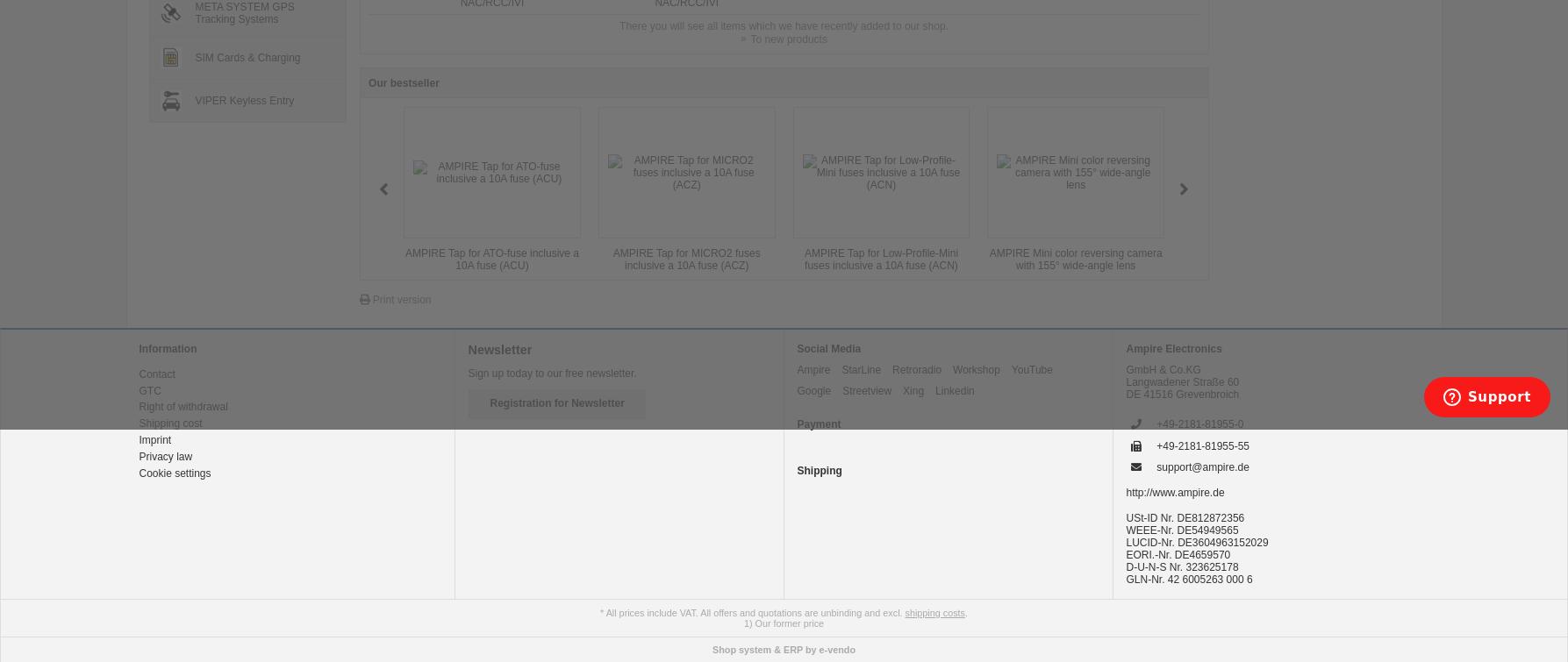 Image resolution: width=1568 pixels, height=662 pixels. What do you see at coordinates (193, 100) in the screenshot?
I see `'VIPER Keyless Entry'` at bounding box center [193, 100].